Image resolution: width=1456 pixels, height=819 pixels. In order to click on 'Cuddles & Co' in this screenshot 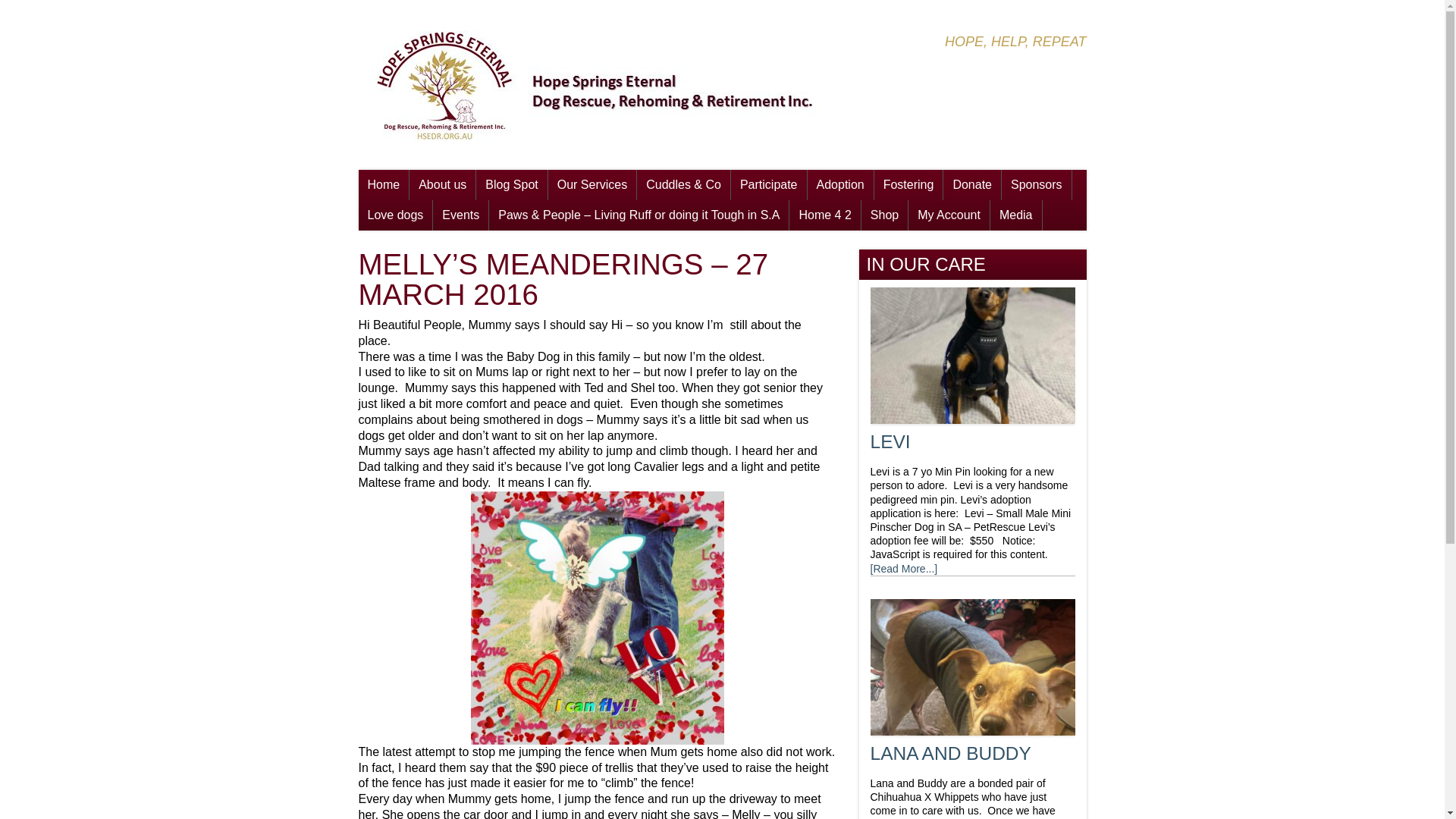, I will do `click(682, 184)`.